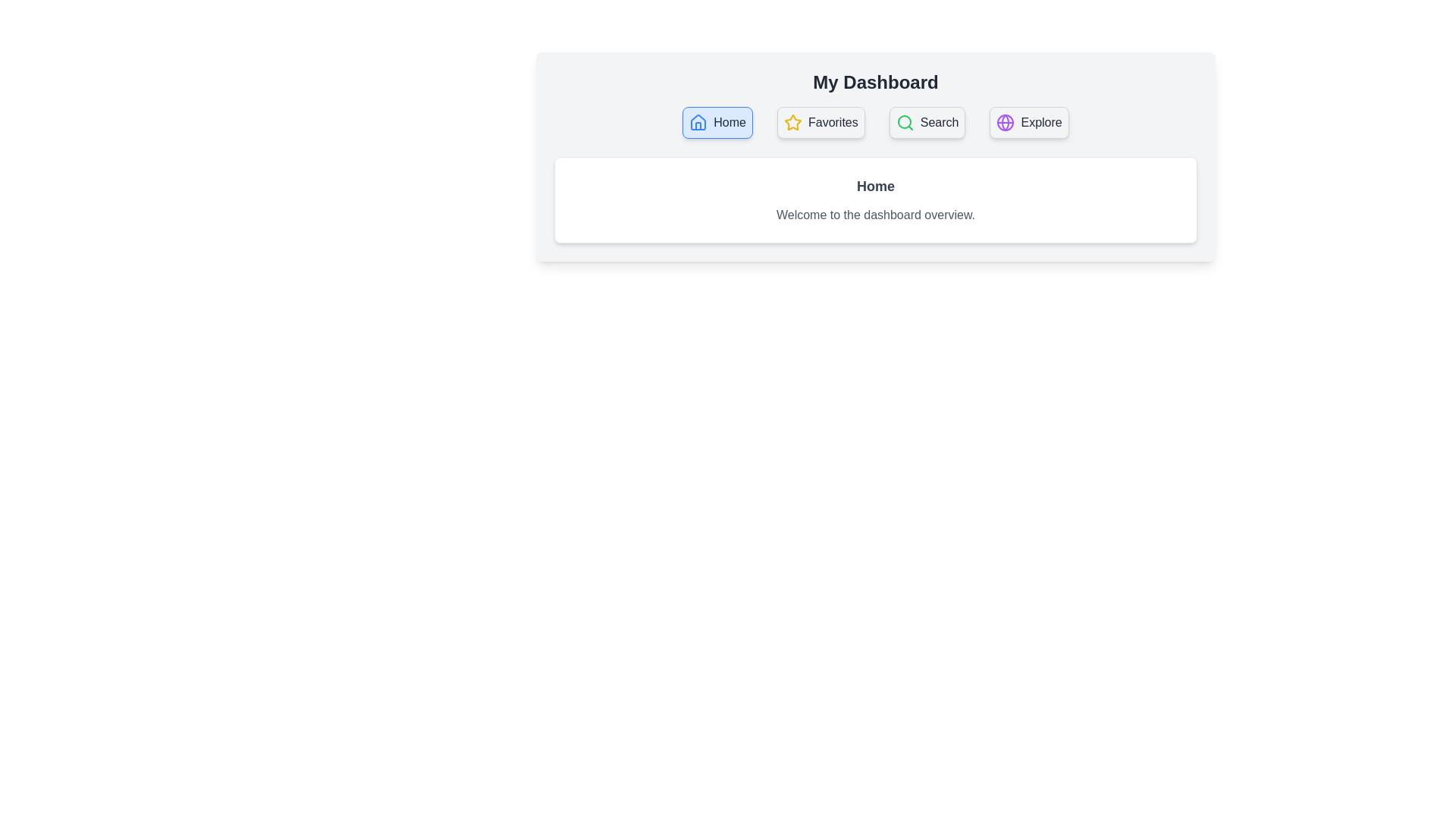 This screenshot has height=819, width=1456. I want to click on the tab Explore, so click(1029, 122).